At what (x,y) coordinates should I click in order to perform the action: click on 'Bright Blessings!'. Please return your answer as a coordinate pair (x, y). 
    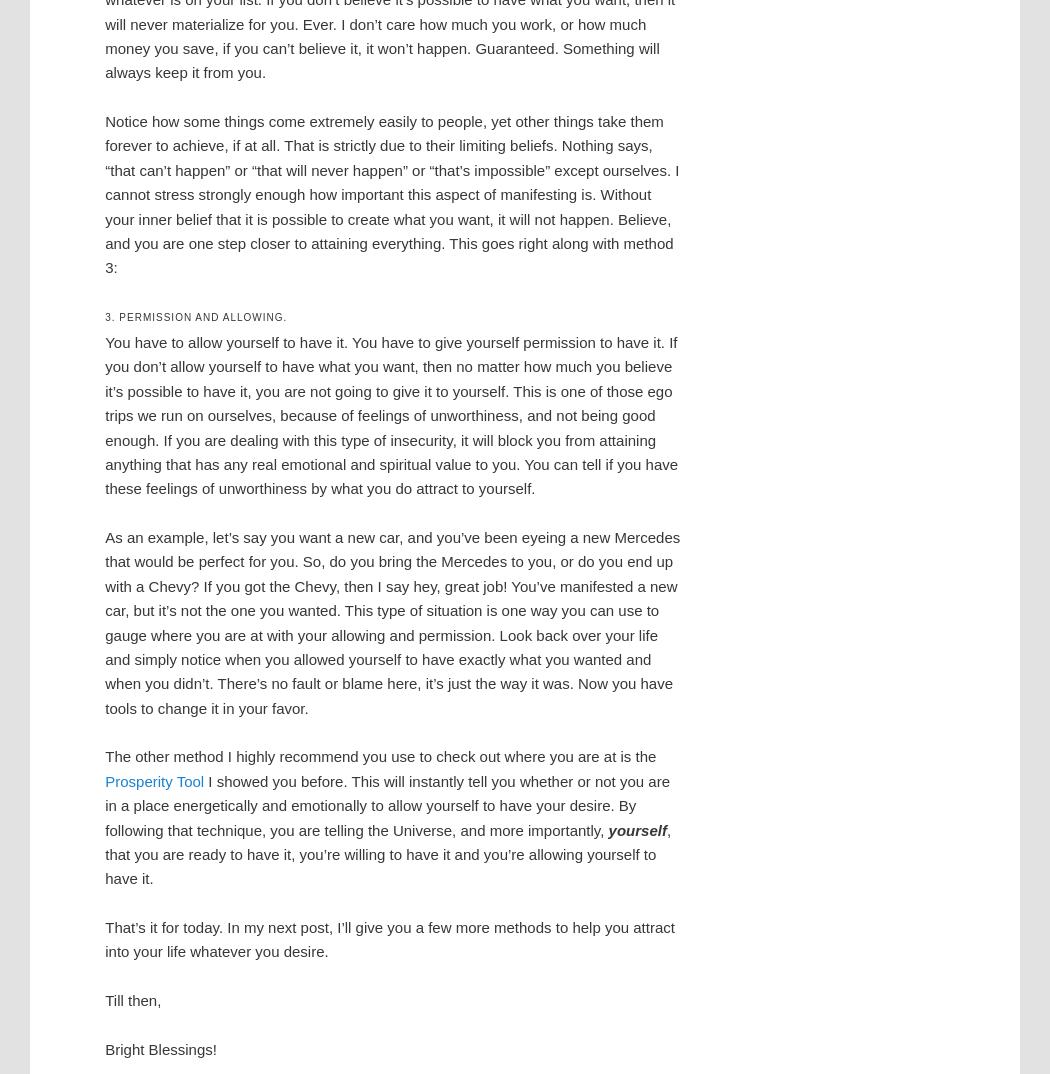
    Looking at the image, I should click on (160, 1048).